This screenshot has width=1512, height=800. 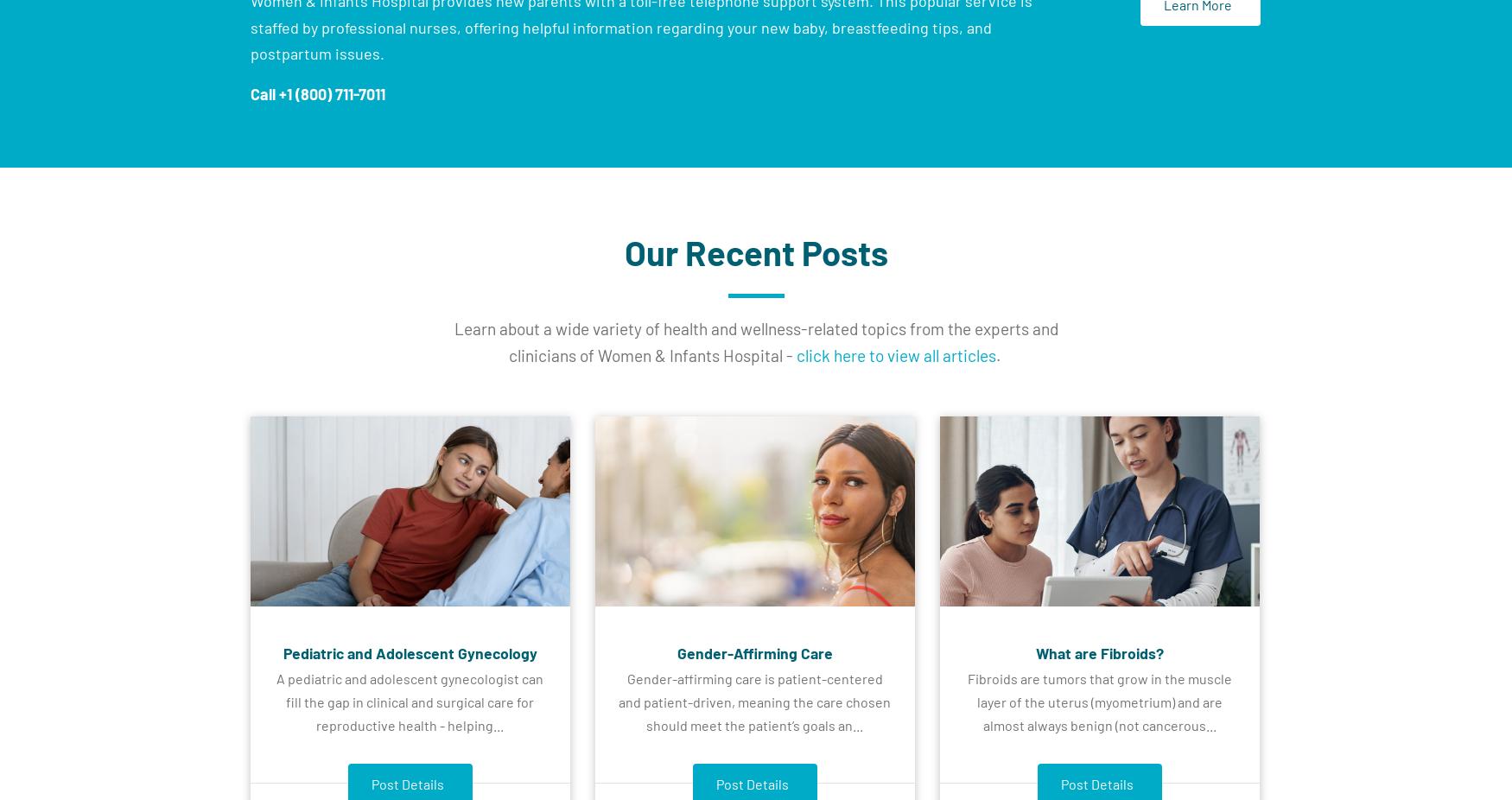 I want to click on '.', so click(x=998, y=354).